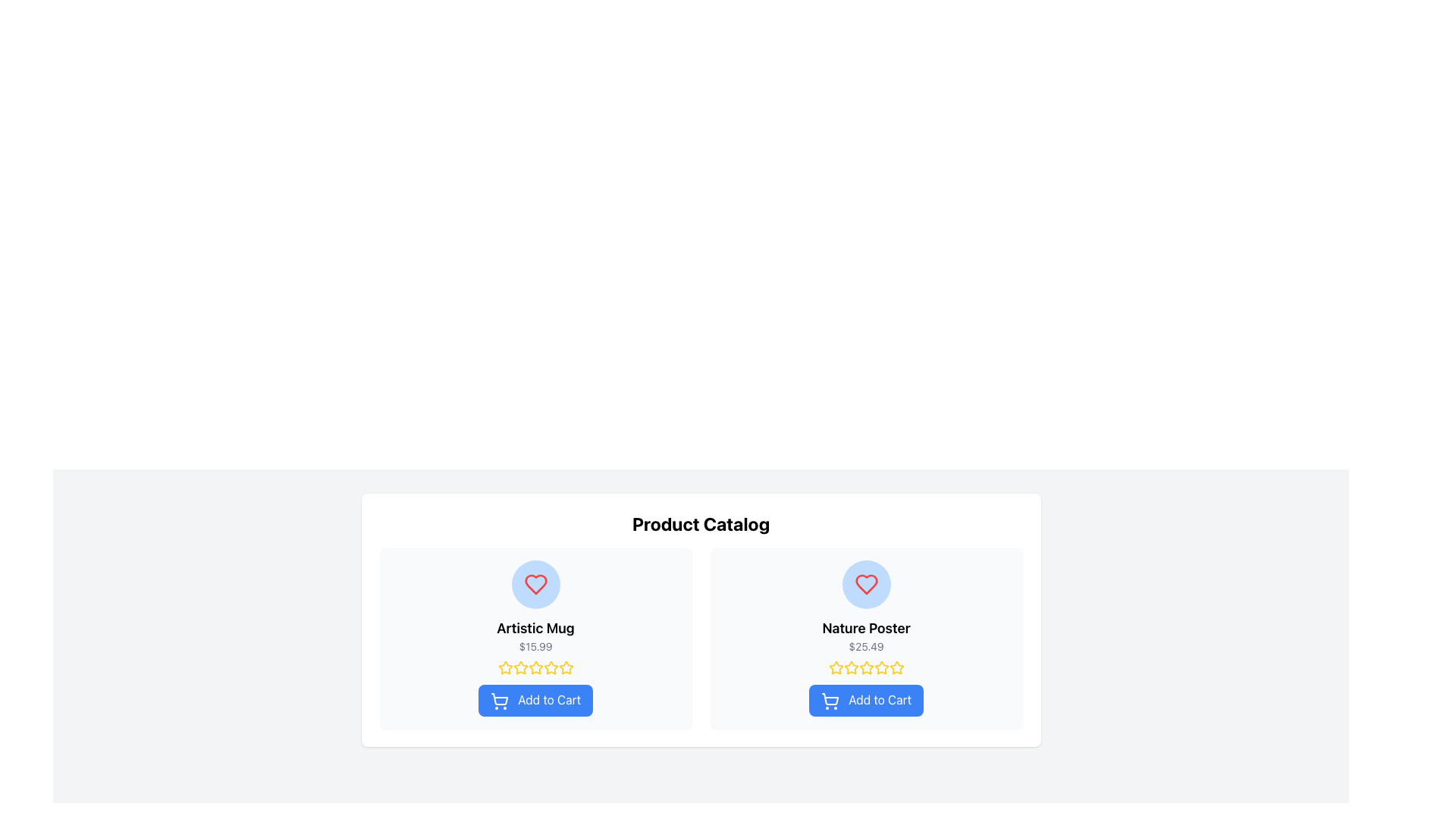  I want to click on the third star in the five-star rating system for the 'Artistic Mug' product, so click(550, 667).